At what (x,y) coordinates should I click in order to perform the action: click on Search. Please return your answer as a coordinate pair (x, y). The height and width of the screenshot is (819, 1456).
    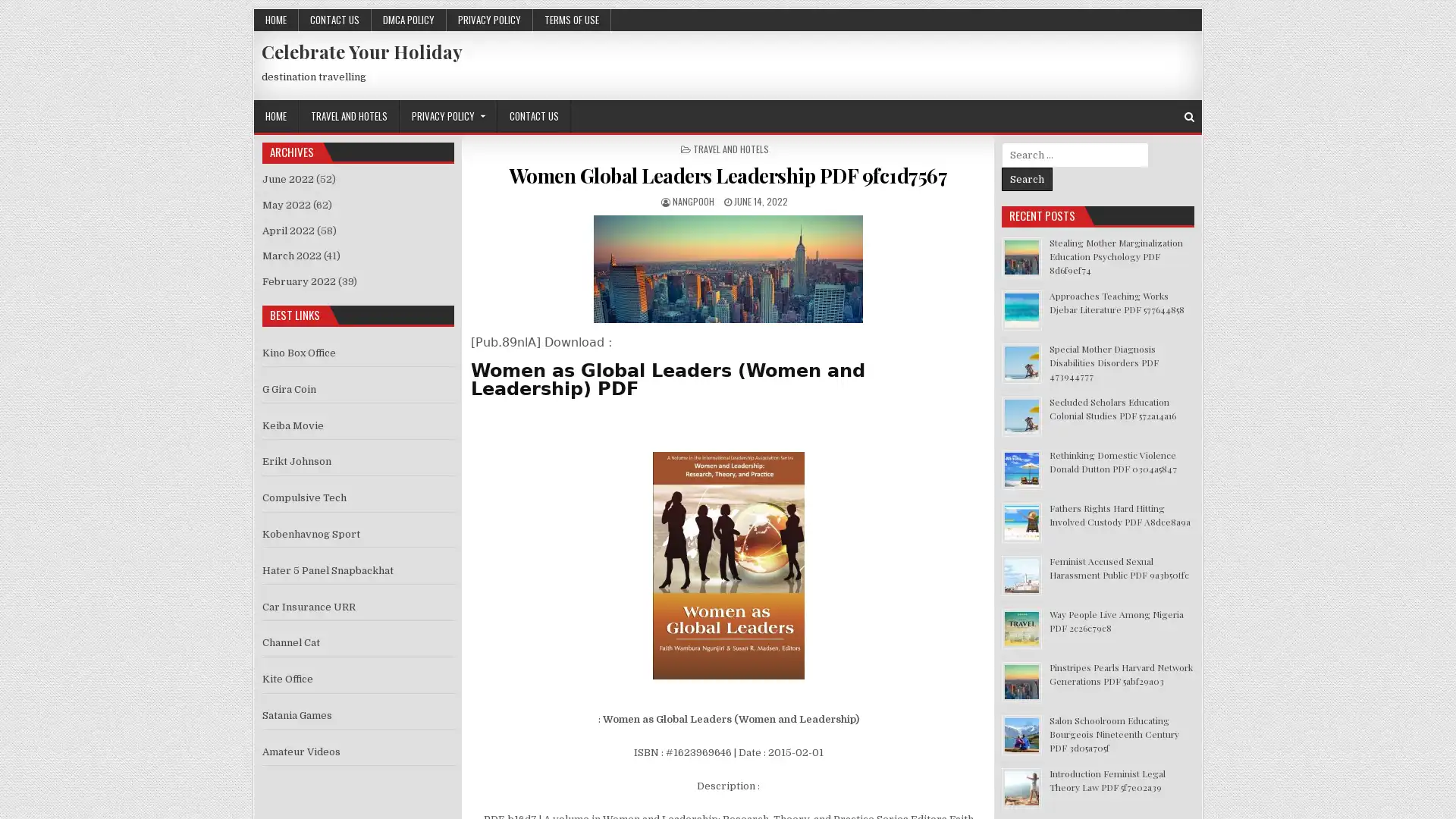
    Looking at the image, I should click on (1027, 178).